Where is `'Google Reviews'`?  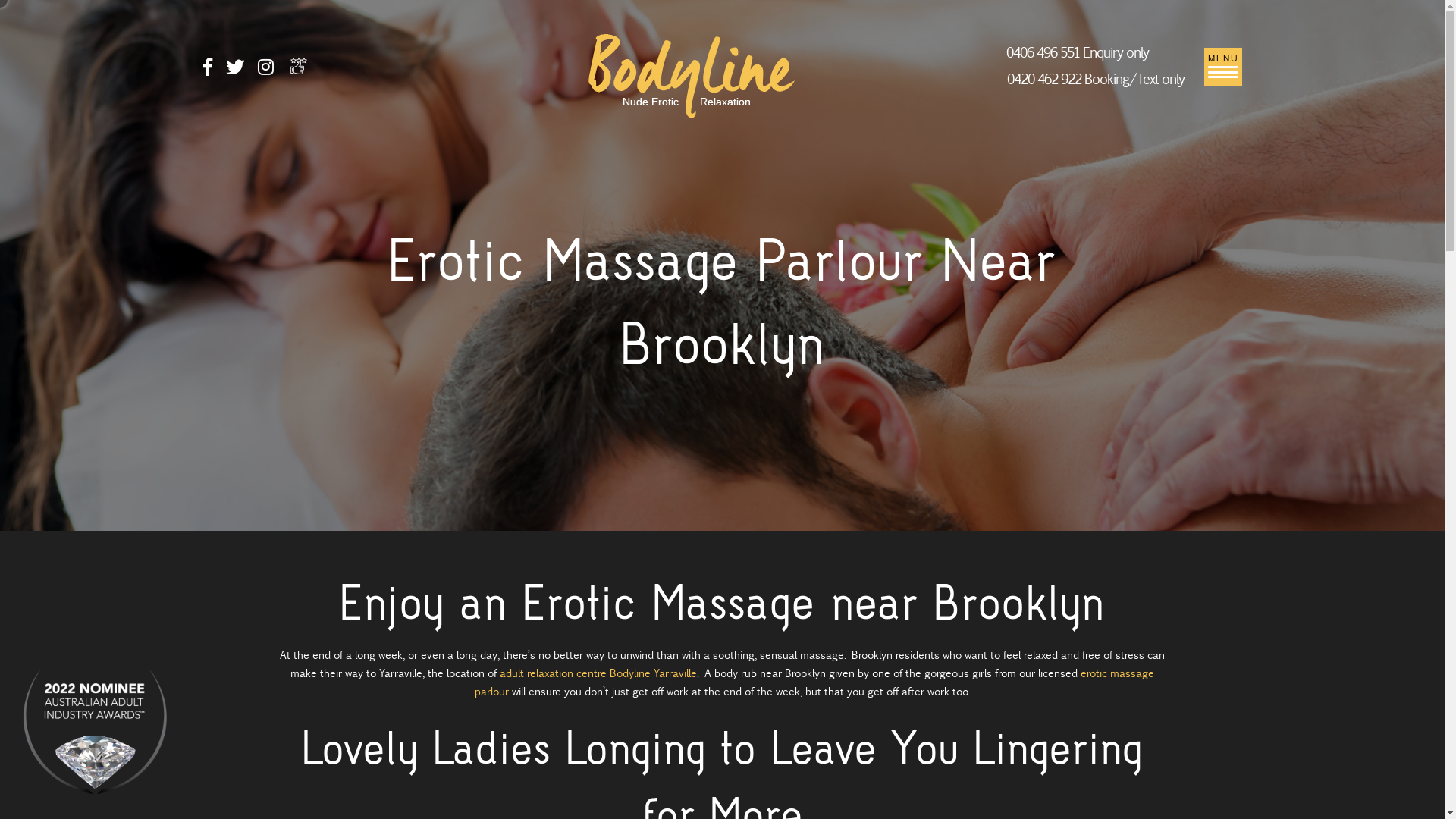 'Google Reviews' is located at coordinates (298, 65).